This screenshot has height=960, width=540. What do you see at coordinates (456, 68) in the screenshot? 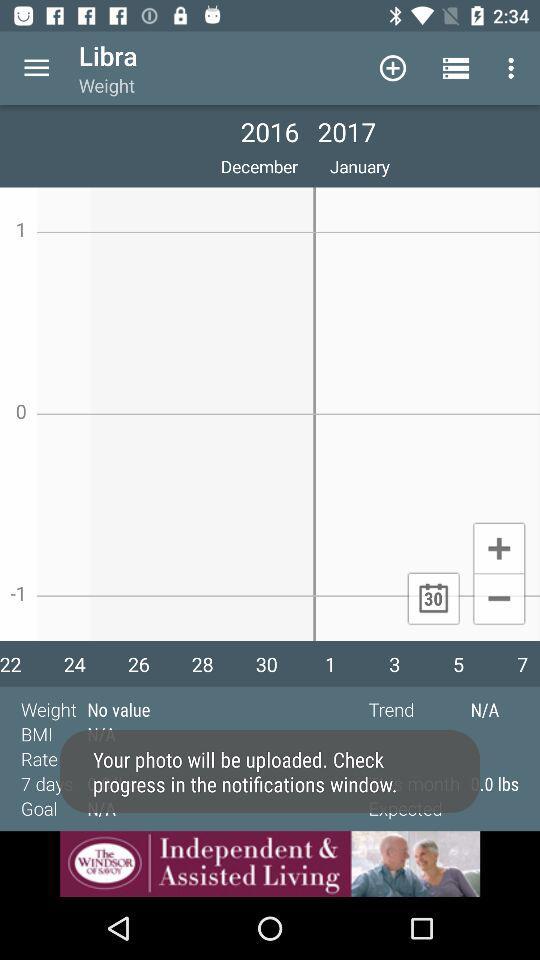
I see `the option to the next  right of add symbol` at bounding box center [456, 68].